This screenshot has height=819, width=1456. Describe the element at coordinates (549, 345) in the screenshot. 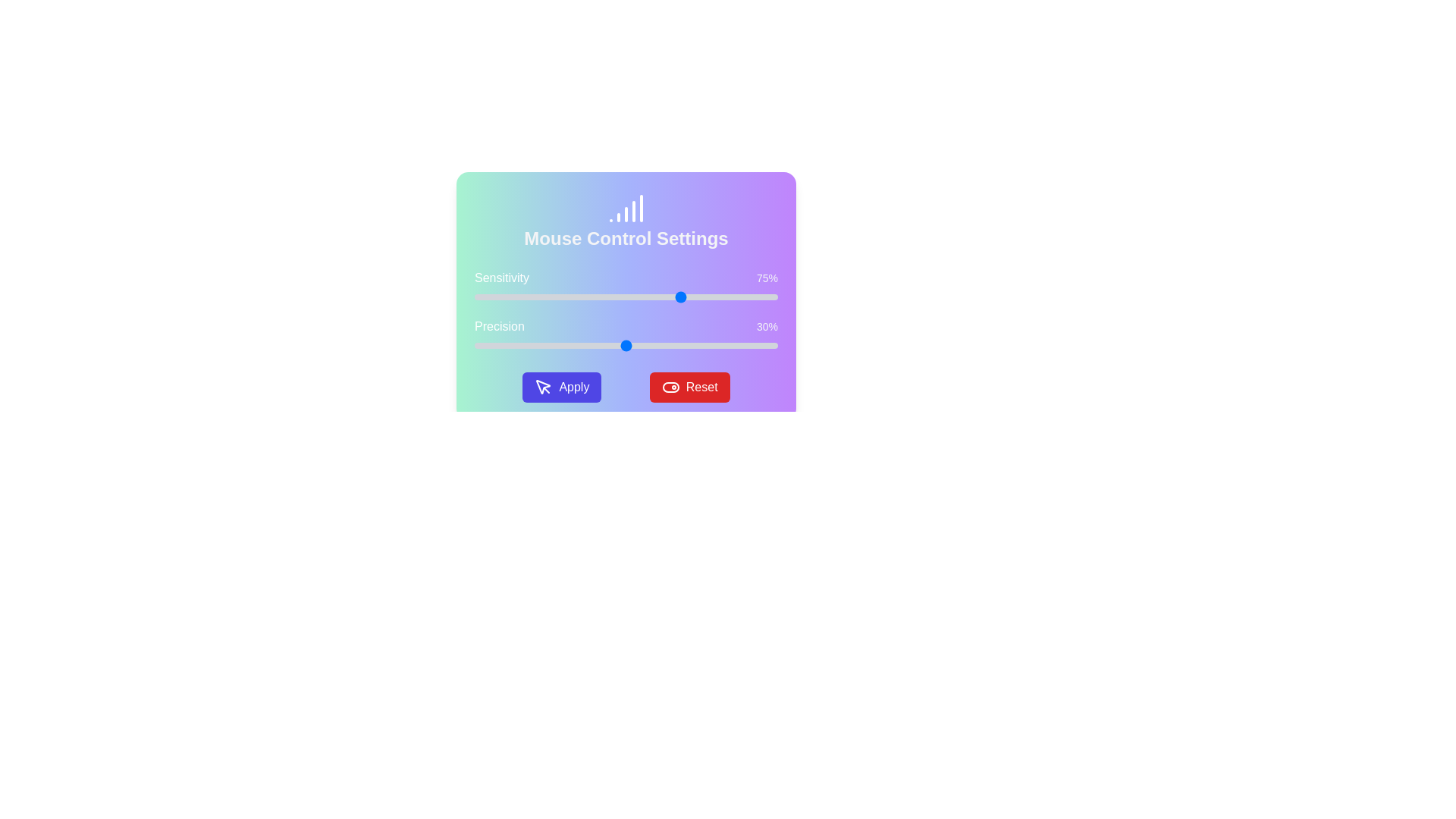

I see `the precision` at that location.